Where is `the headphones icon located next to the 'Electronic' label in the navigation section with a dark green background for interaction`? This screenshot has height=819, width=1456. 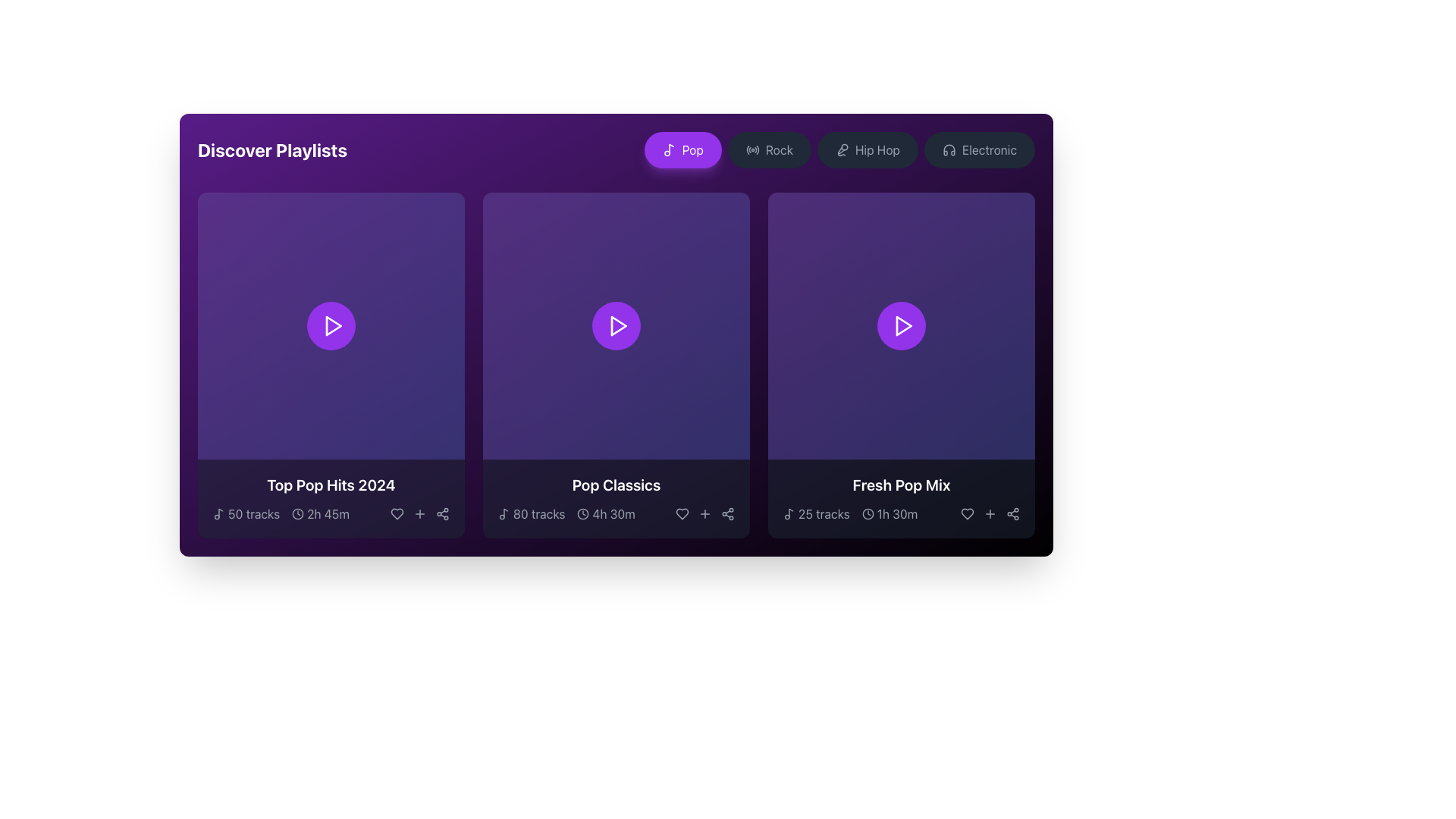
the headphones icon located next to the 'Electronic' label in the navigation section with a dark green background for interaction is located at coordinates (948, 149).